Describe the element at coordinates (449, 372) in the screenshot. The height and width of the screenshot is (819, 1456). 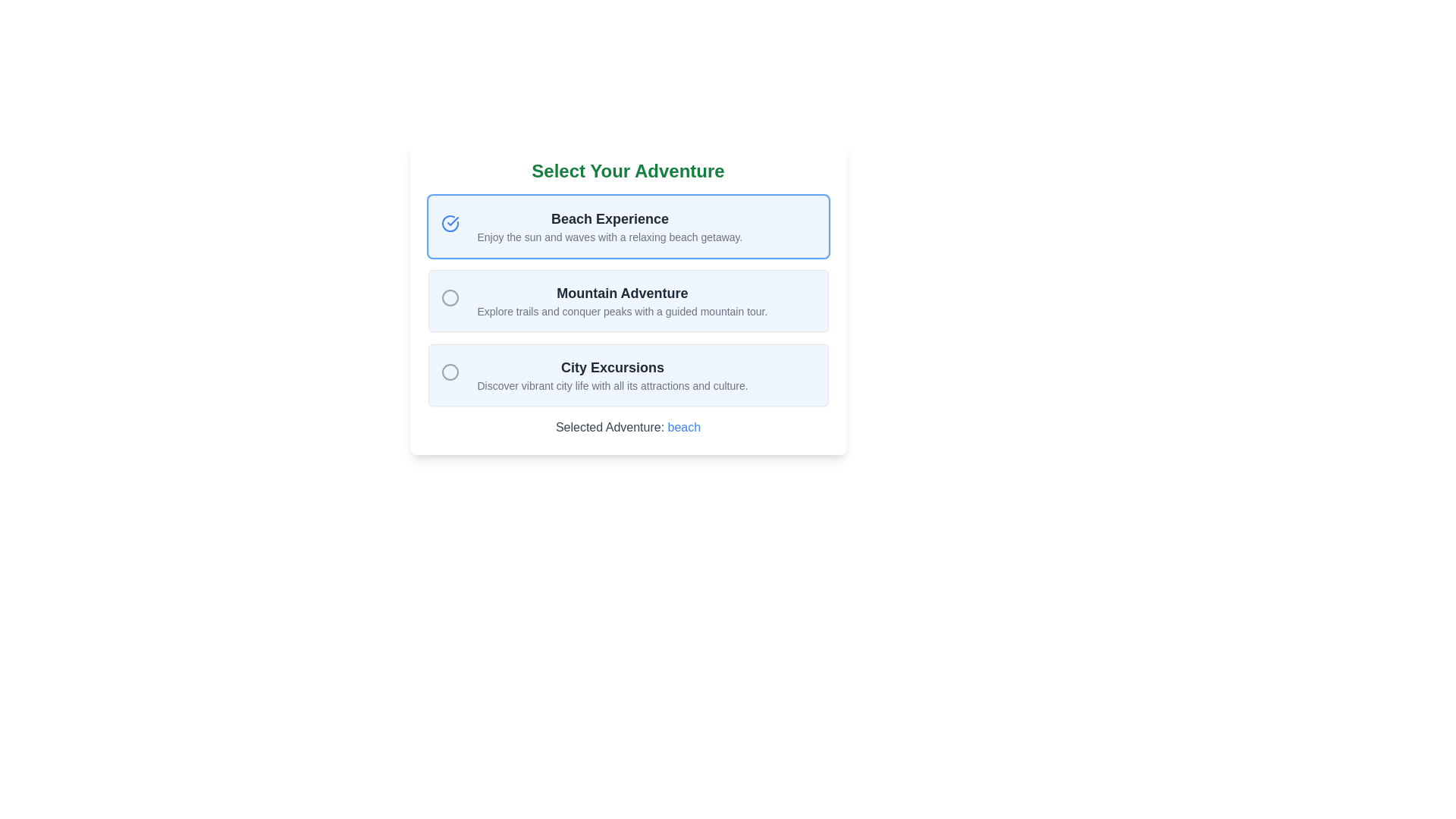
I see `the styling of the graphical circle located to the left of the 'City Excursions' text, which is the last option in the adventure selection list` at that location.